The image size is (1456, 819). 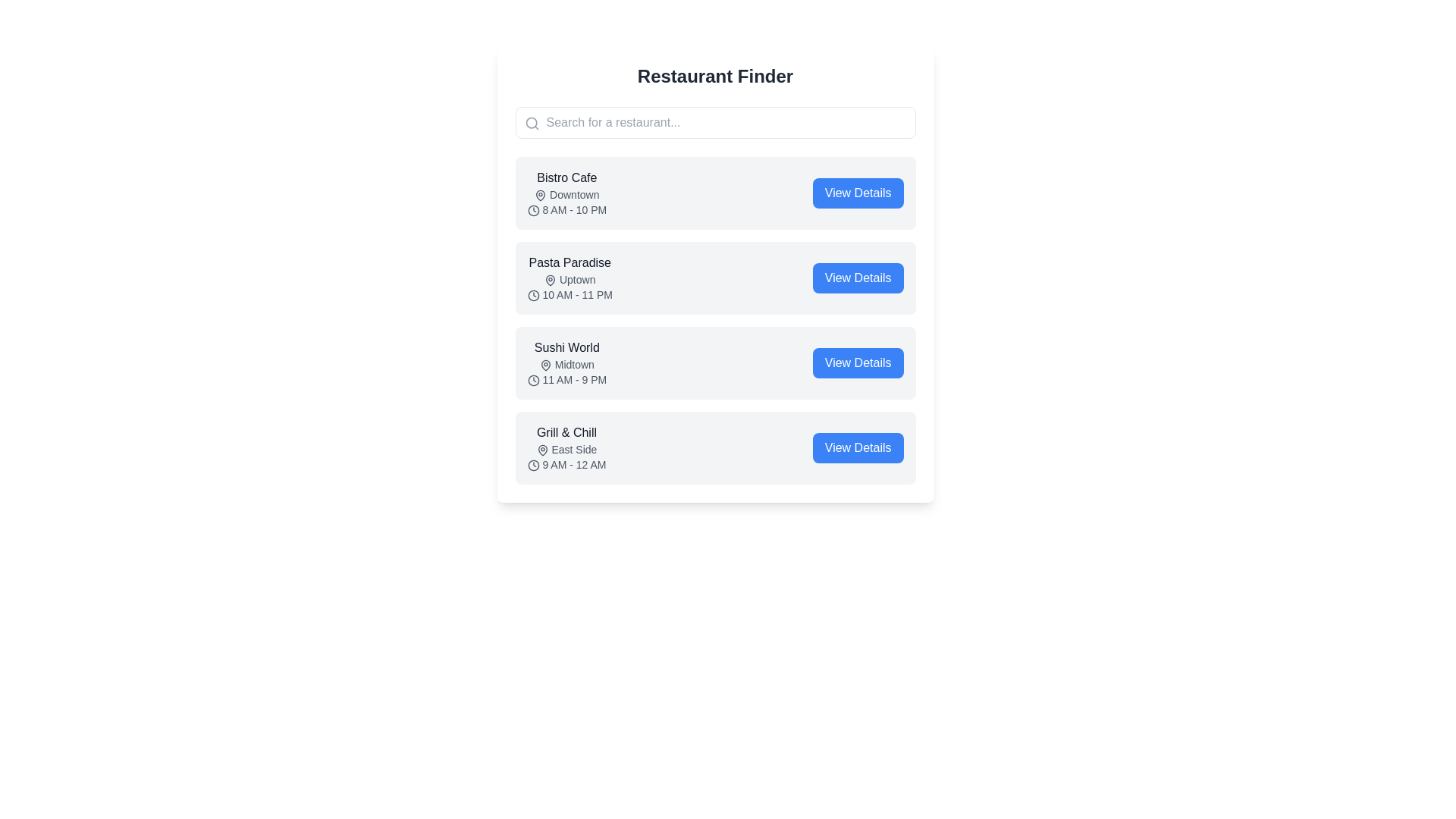 What do you see at coordinates (566, 210) in the screenshot?
I see `the text and icon displaying '8 AM - 10 PM' indicating the hours of operation for Bistro Cafe located below the name 'Bistro Cafe' and 'Downtown'` at bounding box center [566, 210].